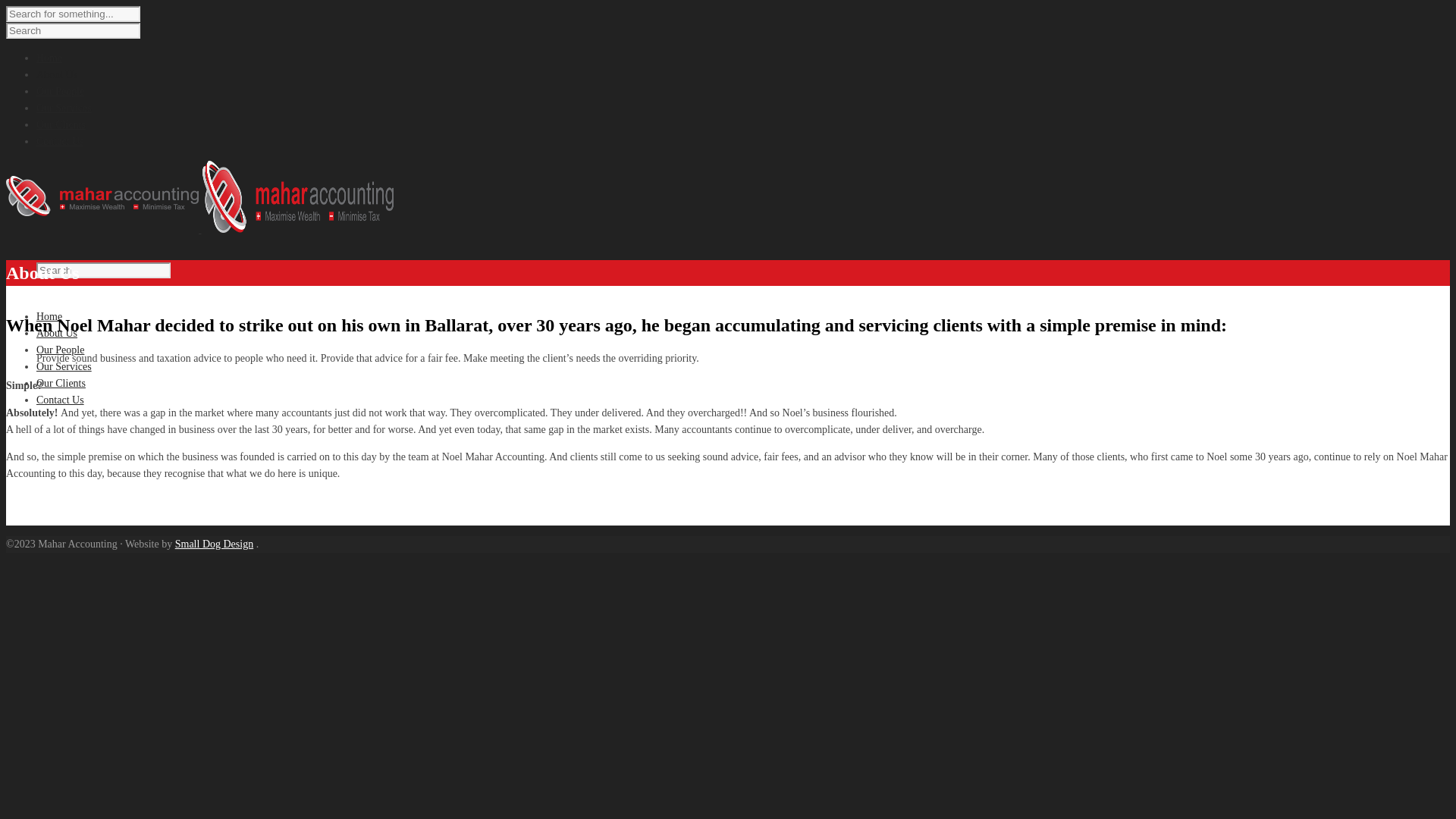  What do you see at coordinates (60, 141) in the screenshot?
I see `'Contact Us'` at bounding box center [60, 141].